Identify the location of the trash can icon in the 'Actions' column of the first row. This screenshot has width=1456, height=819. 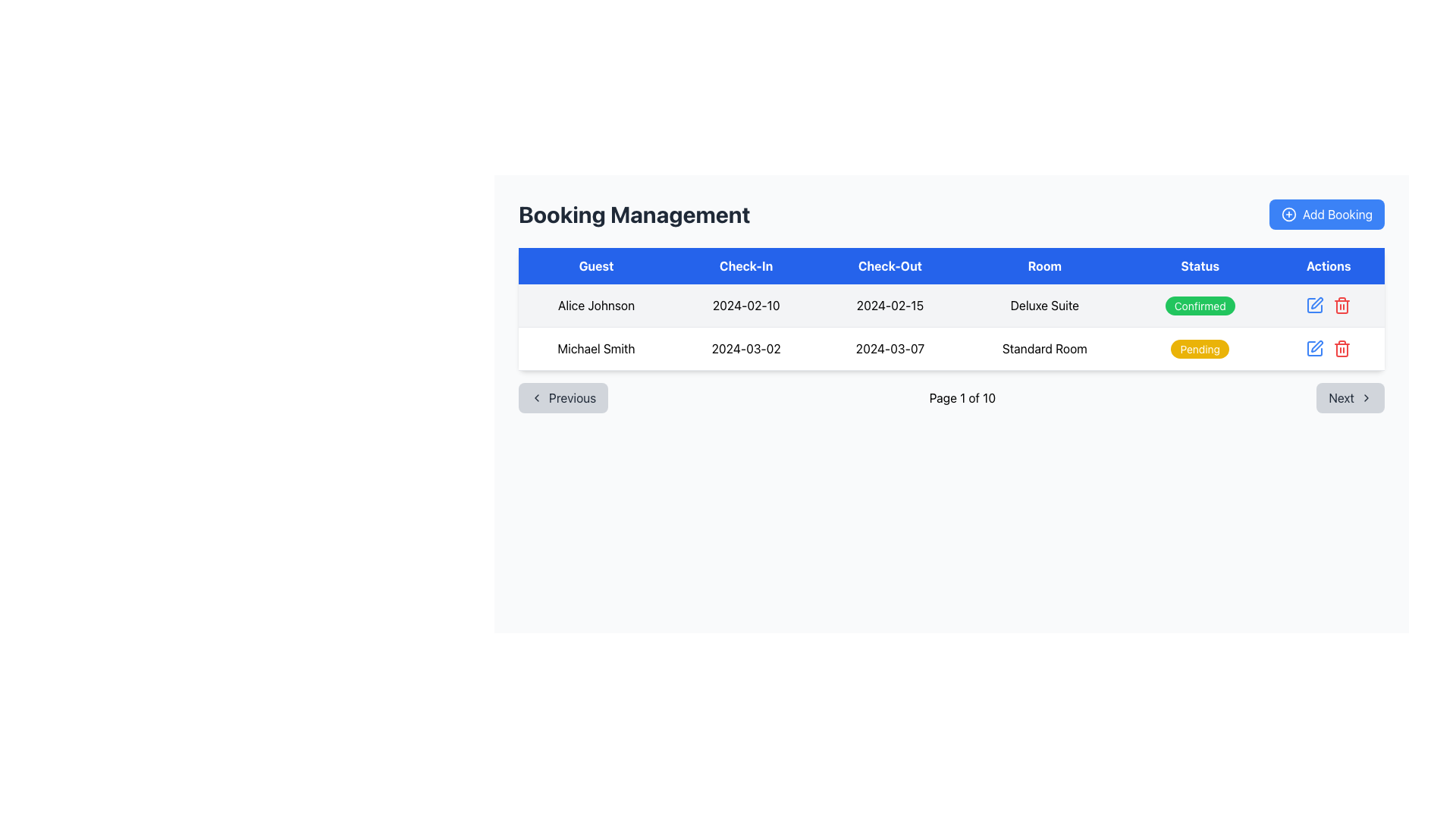
(1342, 348).